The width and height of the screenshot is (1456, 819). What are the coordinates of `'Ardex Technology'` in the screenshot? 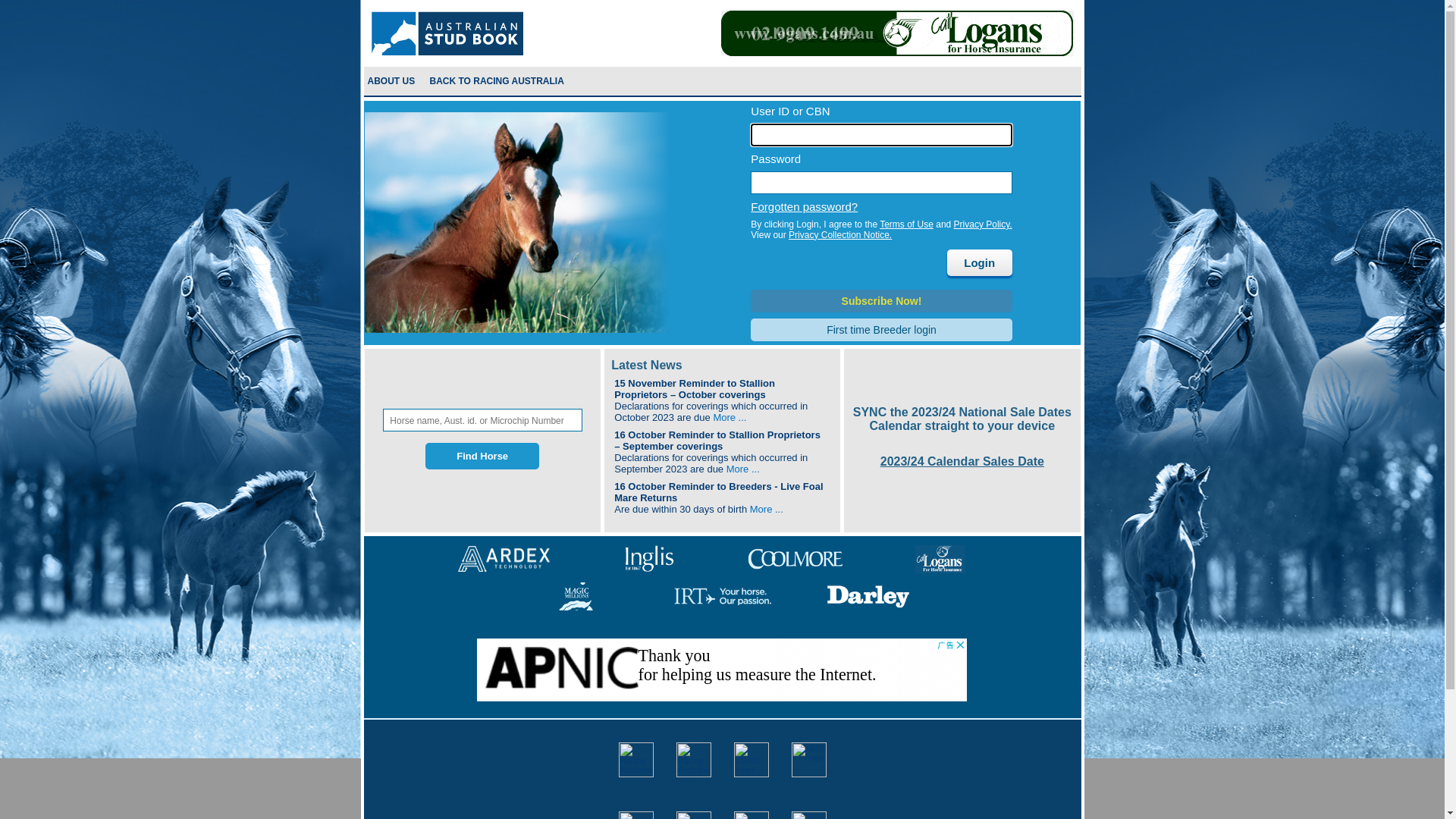 It's located at (504, 558).